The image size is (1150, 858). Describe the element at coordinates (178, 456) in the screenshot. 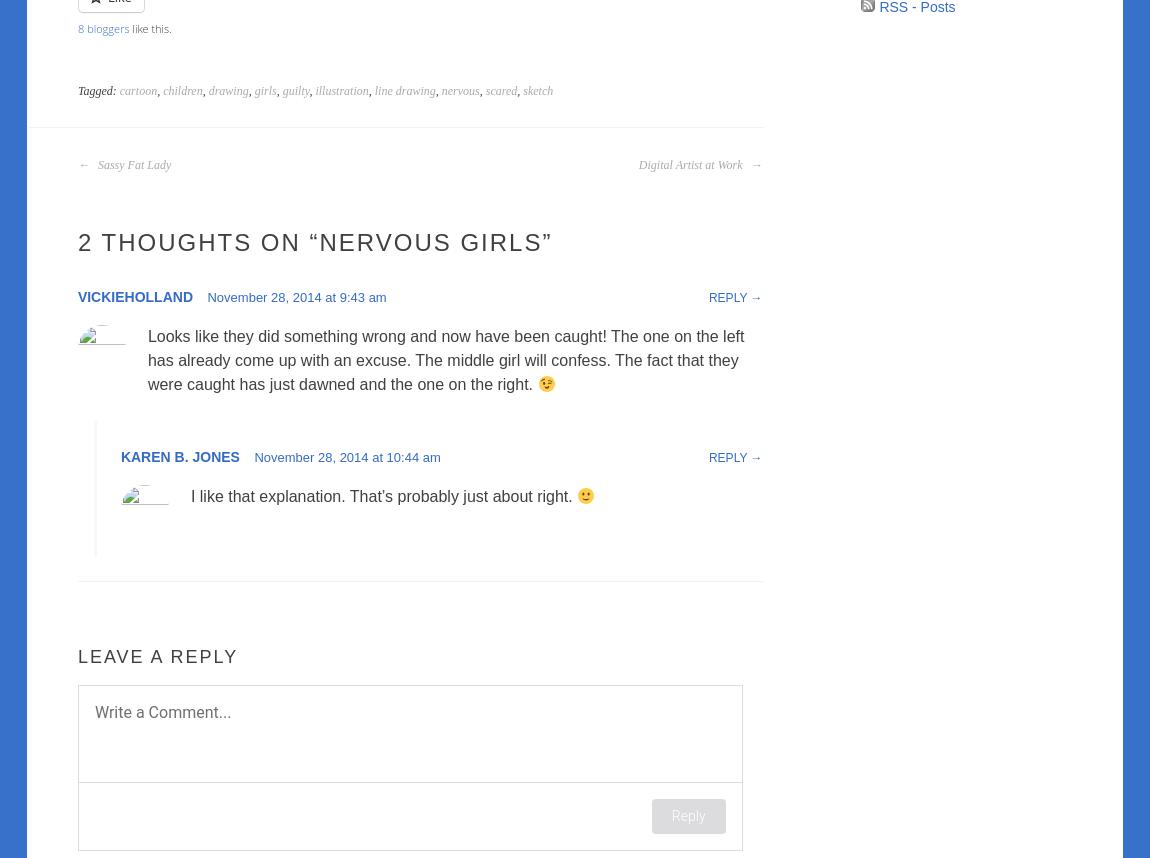

I see `'Karen B. Jones'` at that location.